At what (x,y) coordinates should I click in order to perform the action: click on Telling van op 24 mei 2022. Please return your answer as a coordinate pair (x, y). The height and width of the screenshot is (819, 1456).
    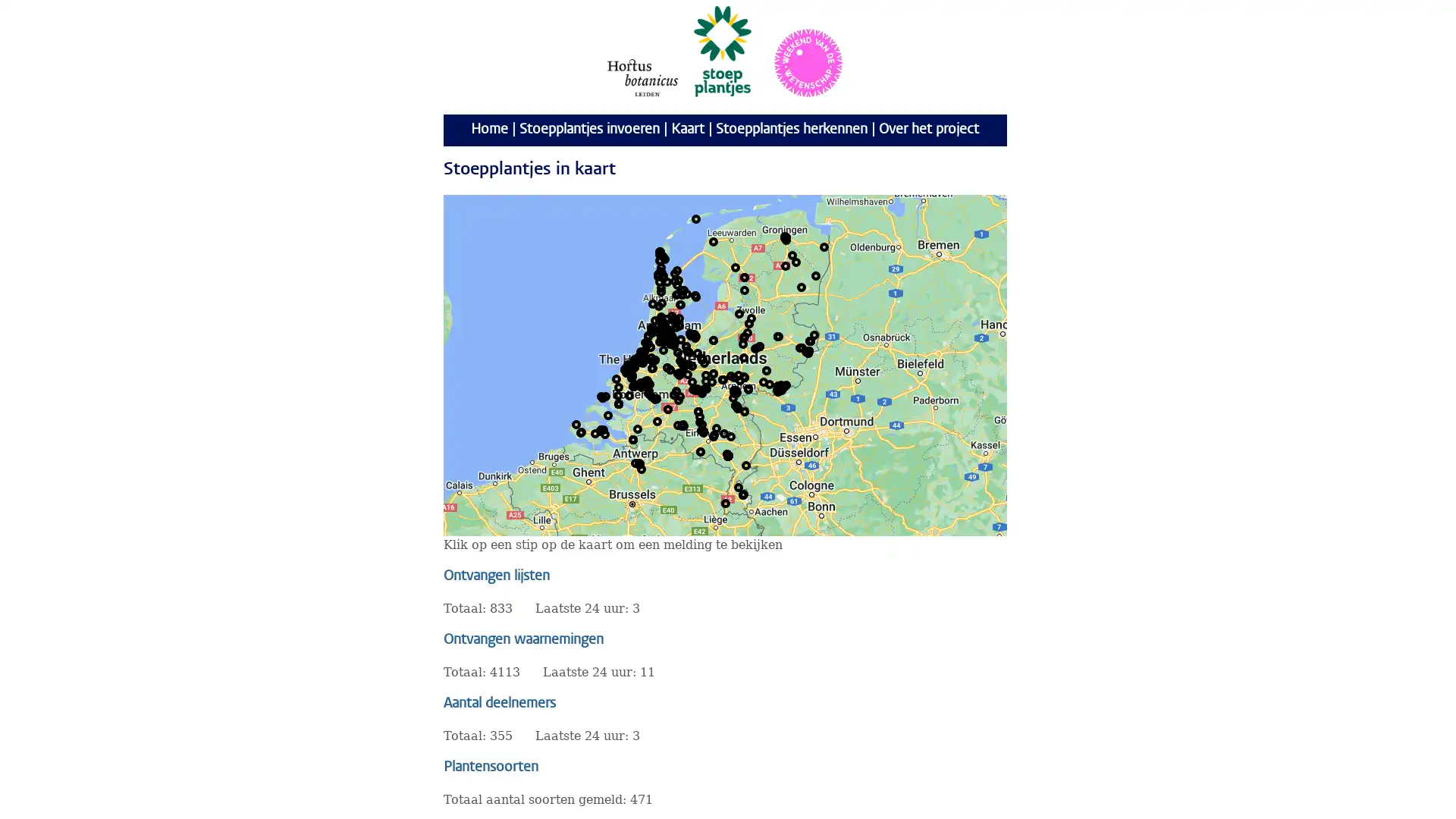
    Looking at the image, I should click on (683, 366).